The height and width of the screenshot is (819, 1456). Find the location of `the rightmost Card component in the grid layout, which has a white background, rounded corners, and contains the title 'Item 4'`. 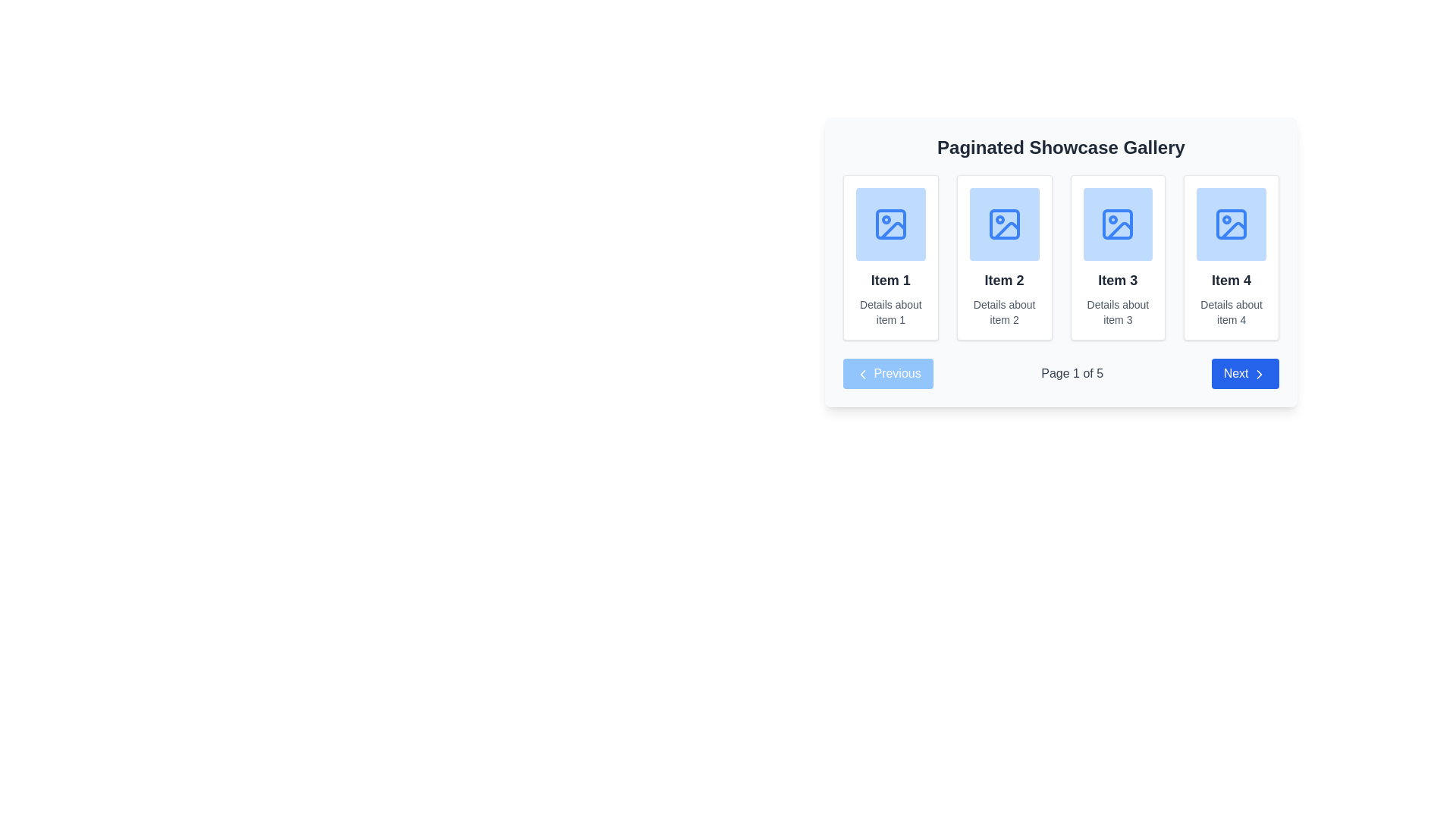

the rightmost Card component in the grid layout, which has a white background, rounded corners, and contains the title 'Item 4' is located at coordinates (1232, 256).